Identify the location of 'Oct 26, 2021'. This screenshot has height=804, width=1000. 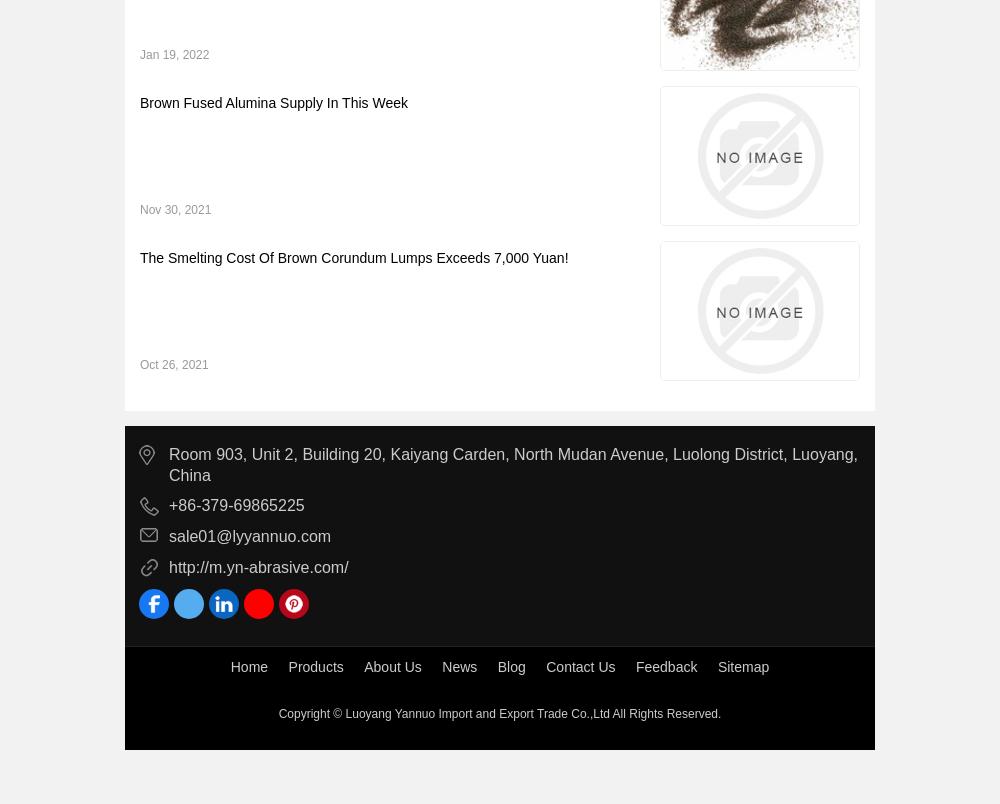
(174, 362).